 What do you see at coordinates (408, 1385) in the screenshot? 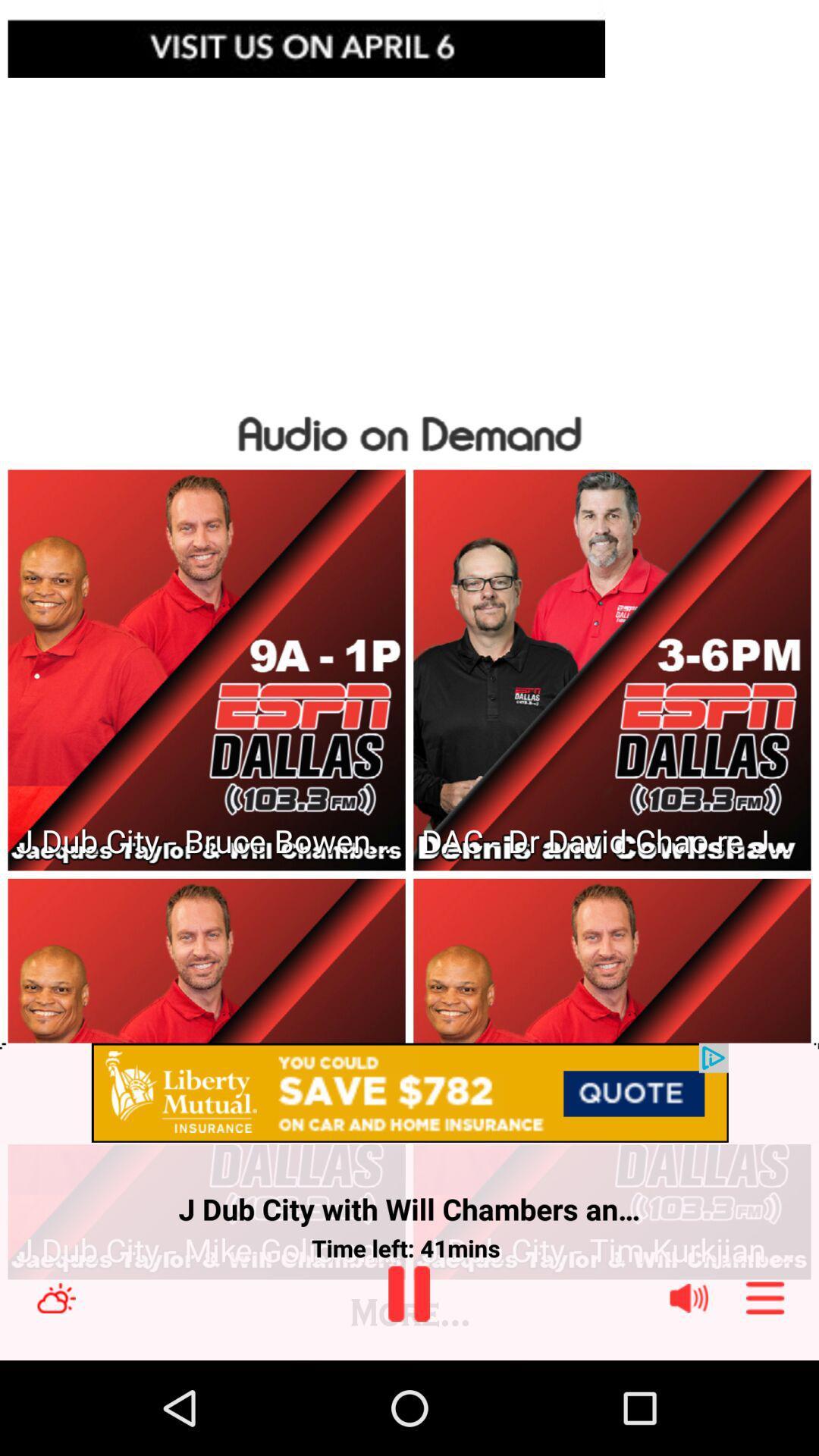
I see `the pause icon` at bounding box center [408, 1385].